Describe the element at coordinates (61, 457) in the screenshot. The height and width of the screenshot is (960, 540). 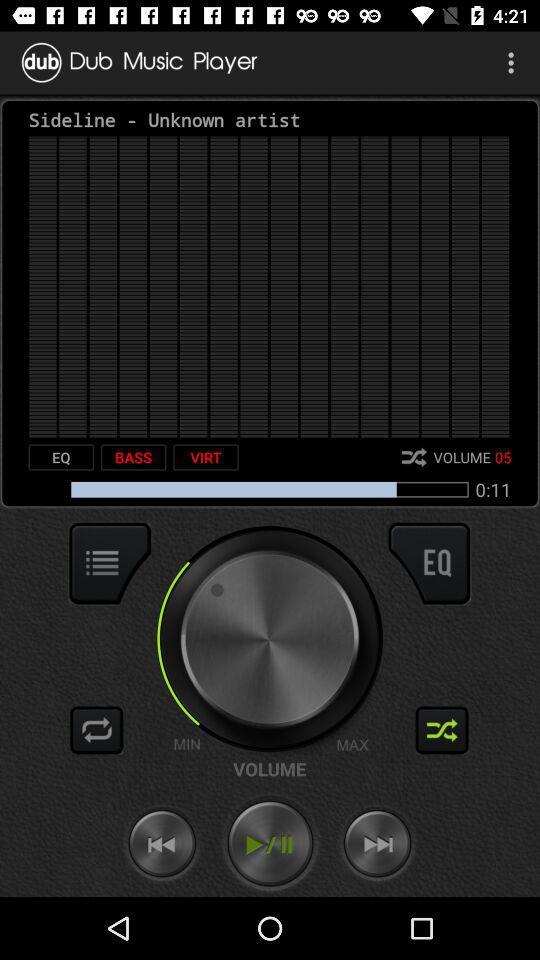
I see `eq   icon` at that location.